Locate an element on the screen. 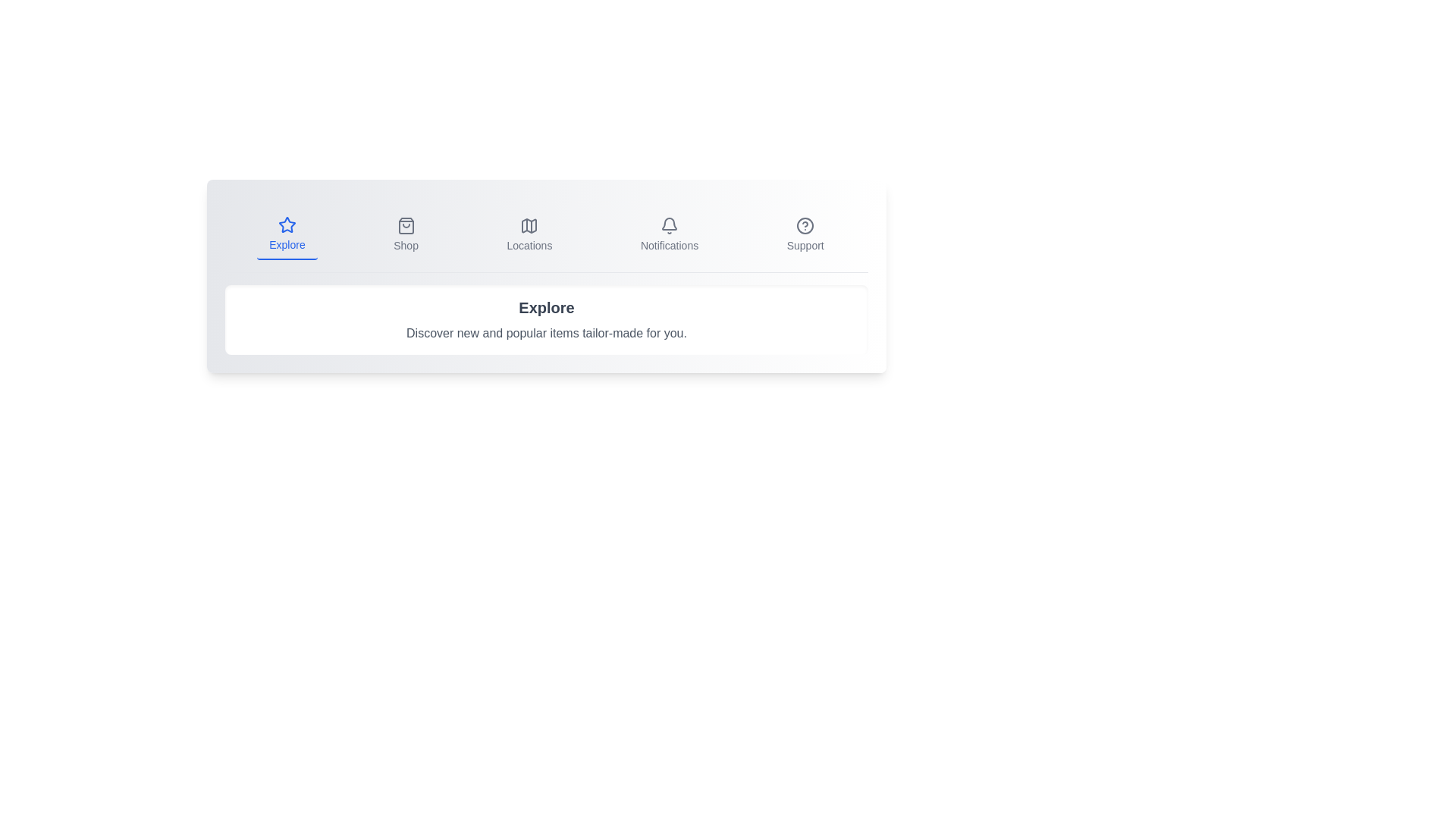  the 'Shop' navigation icon, which is represented by a shopping bag vector graphic in the toolbar is located at coordinates (406, 225).